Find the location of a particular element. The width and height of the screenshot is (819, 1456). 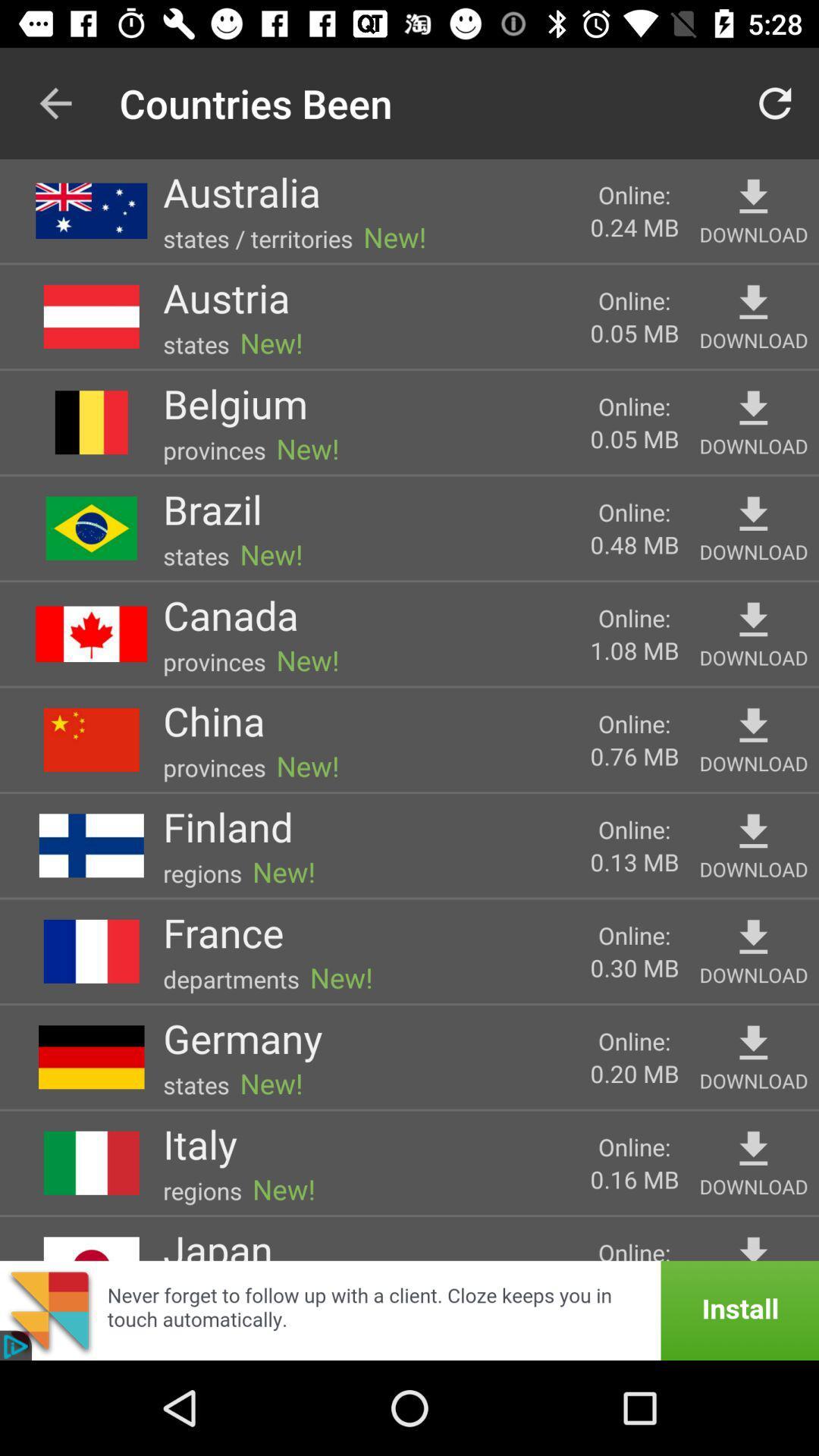

the brazil is located at coordinates (212, 509).